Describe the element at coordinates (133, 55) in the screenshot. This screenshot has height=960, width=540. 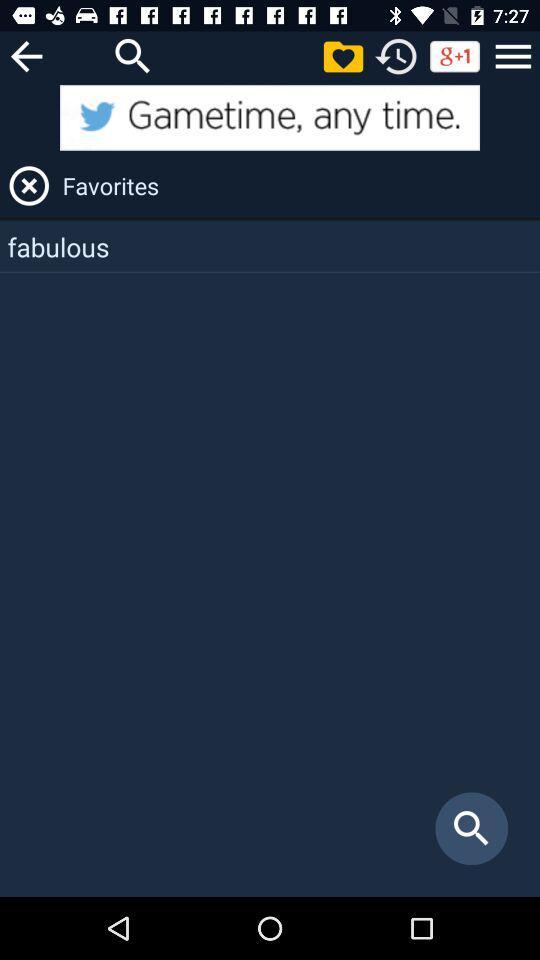
I see `the search icon` at that location.